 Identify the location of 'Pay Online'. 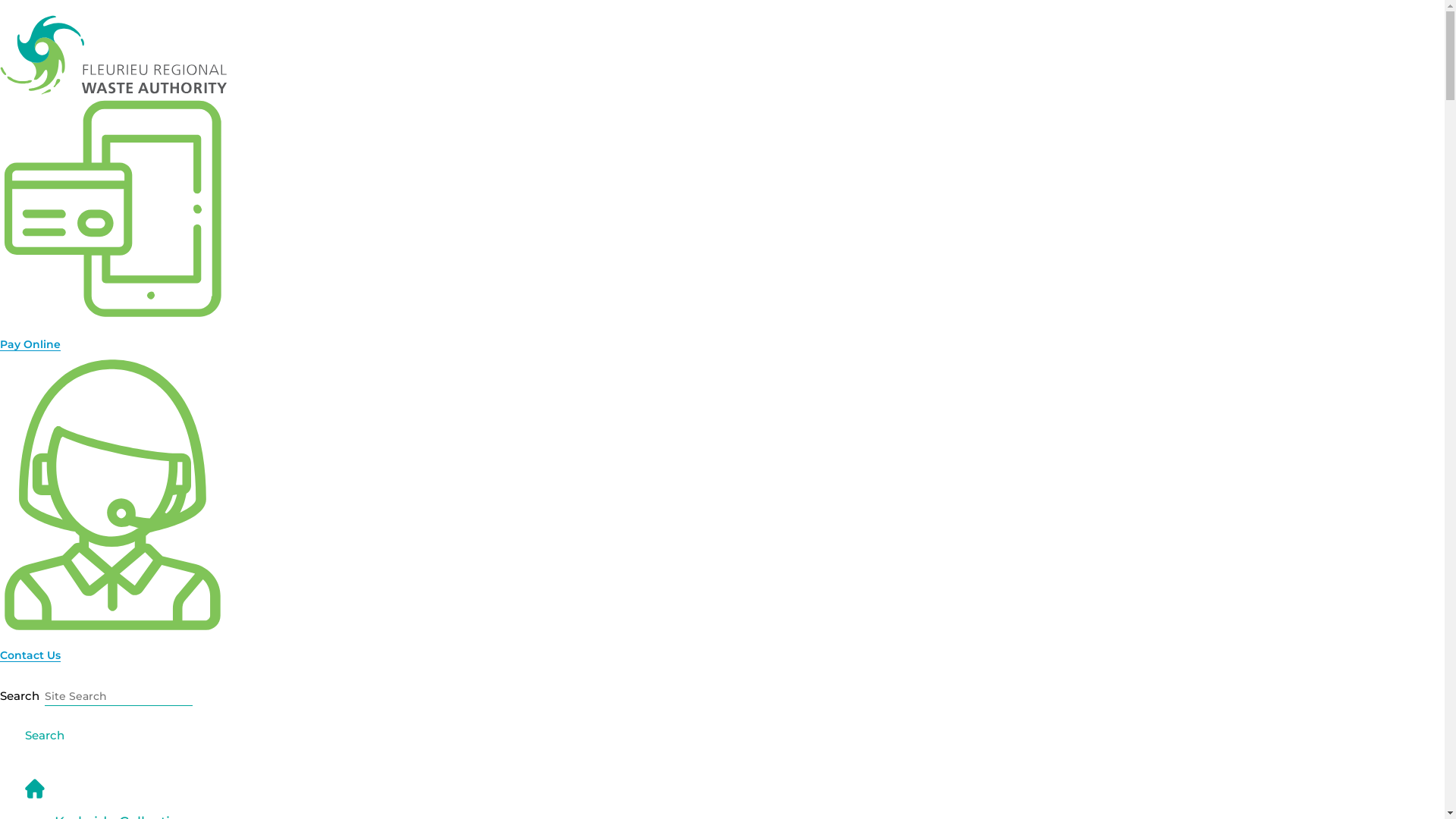
(30, 343).